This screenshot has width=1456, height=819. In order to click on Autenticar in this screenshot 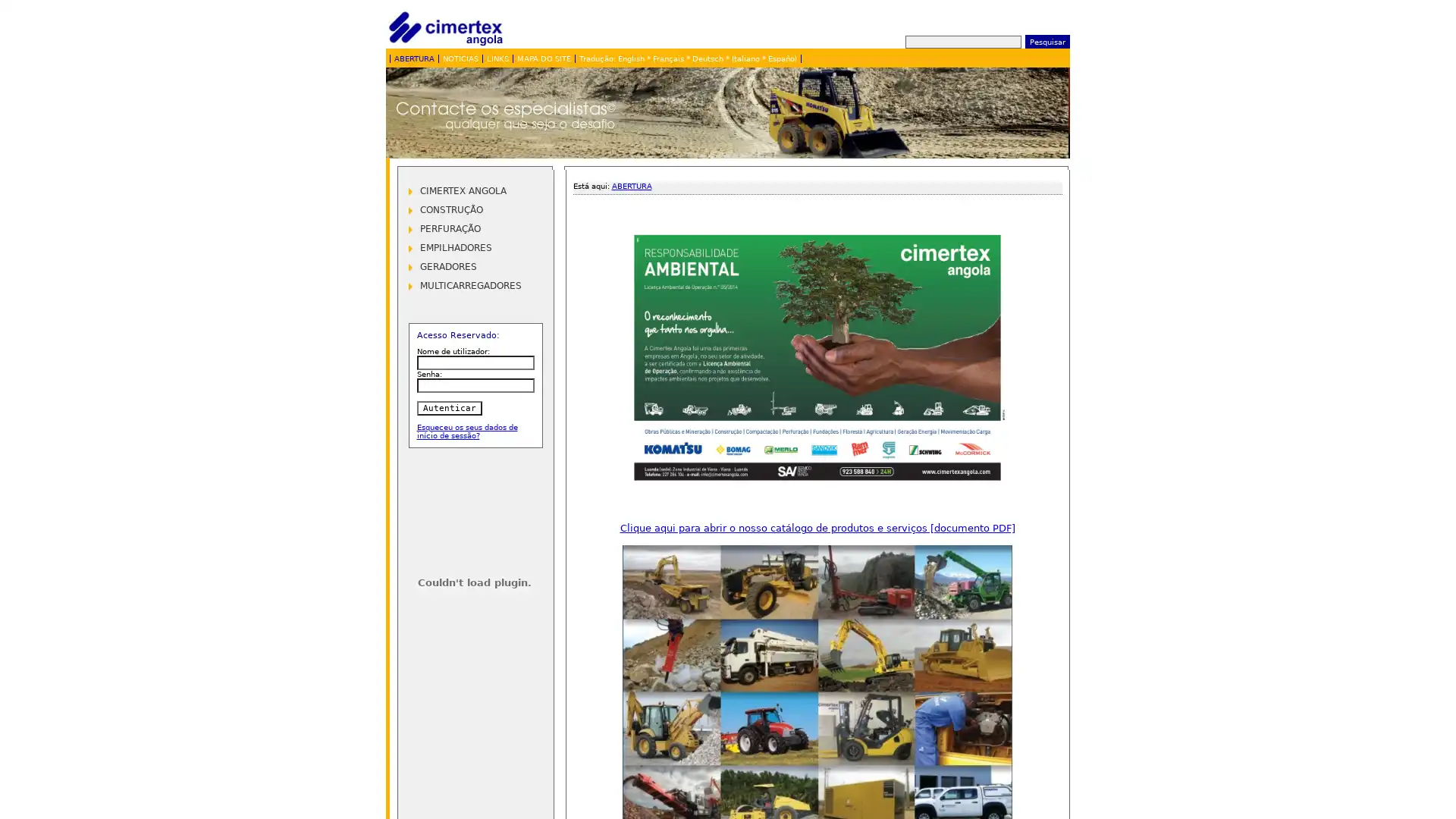, I will do `click(447, 407)`.